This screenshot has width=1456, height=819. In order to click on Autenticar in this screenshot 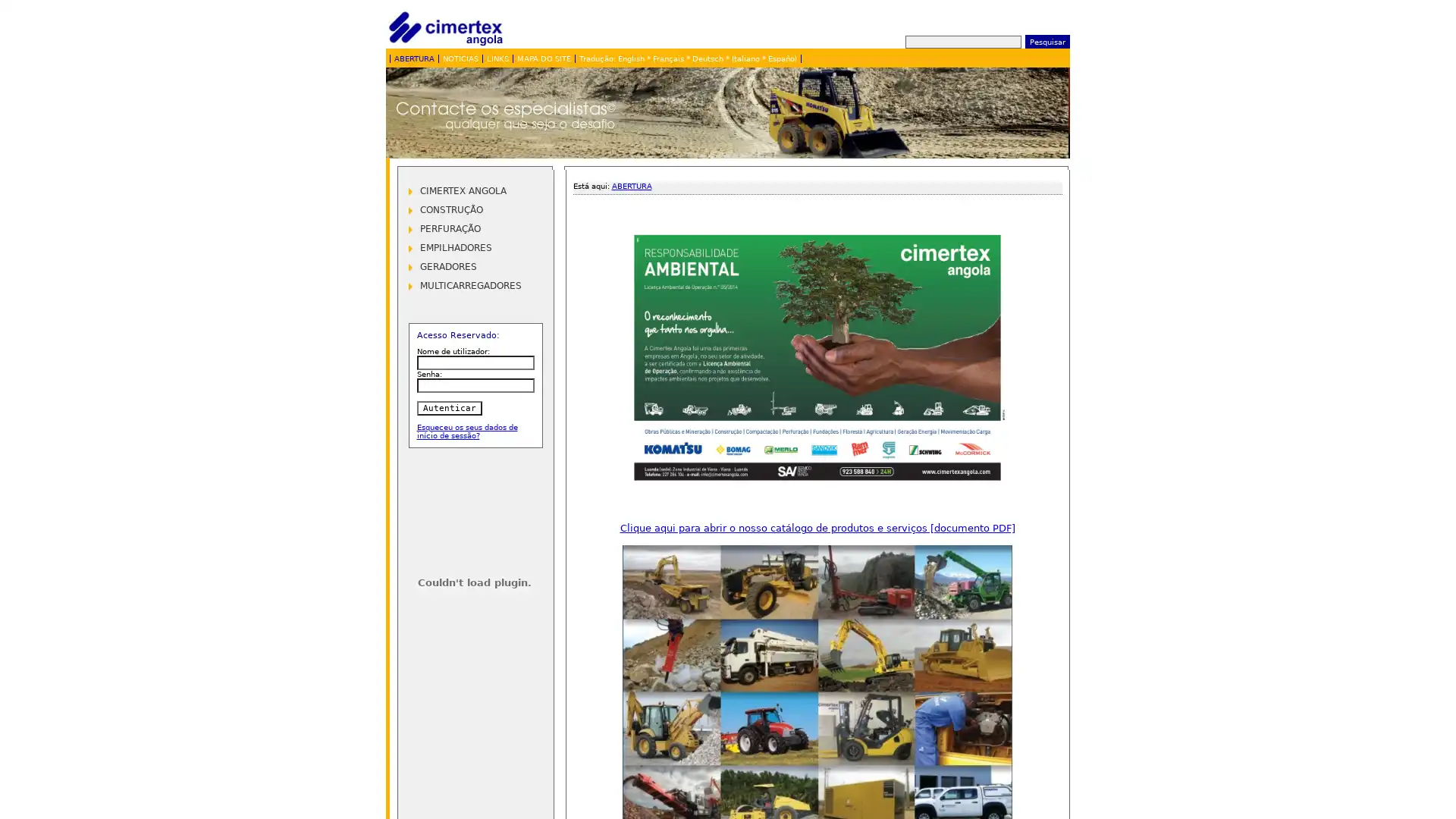, I will do `click(447, 407)`.